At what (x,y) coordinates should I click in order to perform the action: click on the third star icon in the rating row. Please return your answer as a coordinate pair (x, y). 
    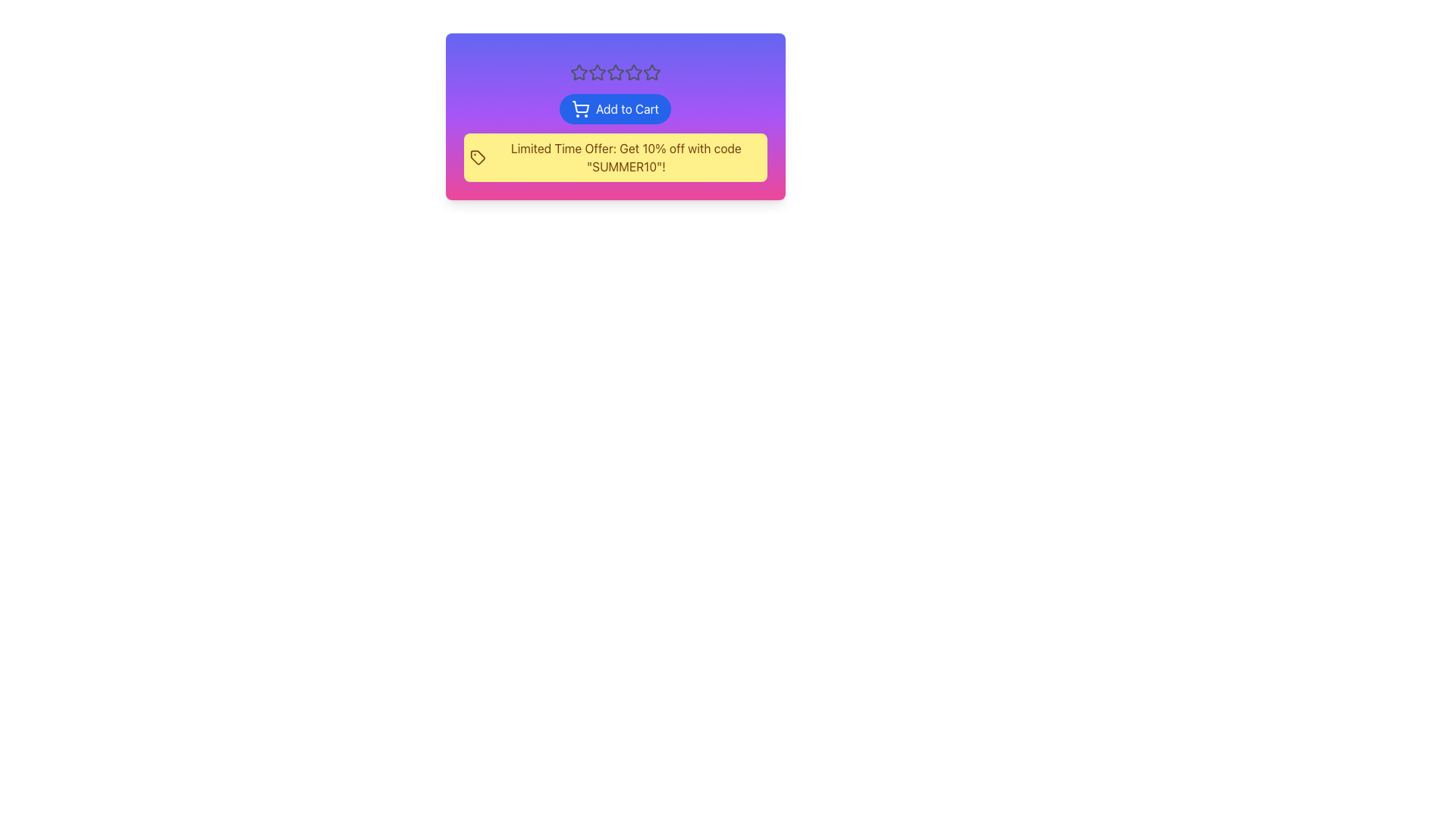
    Looking at the image, I should click on (633, 72).